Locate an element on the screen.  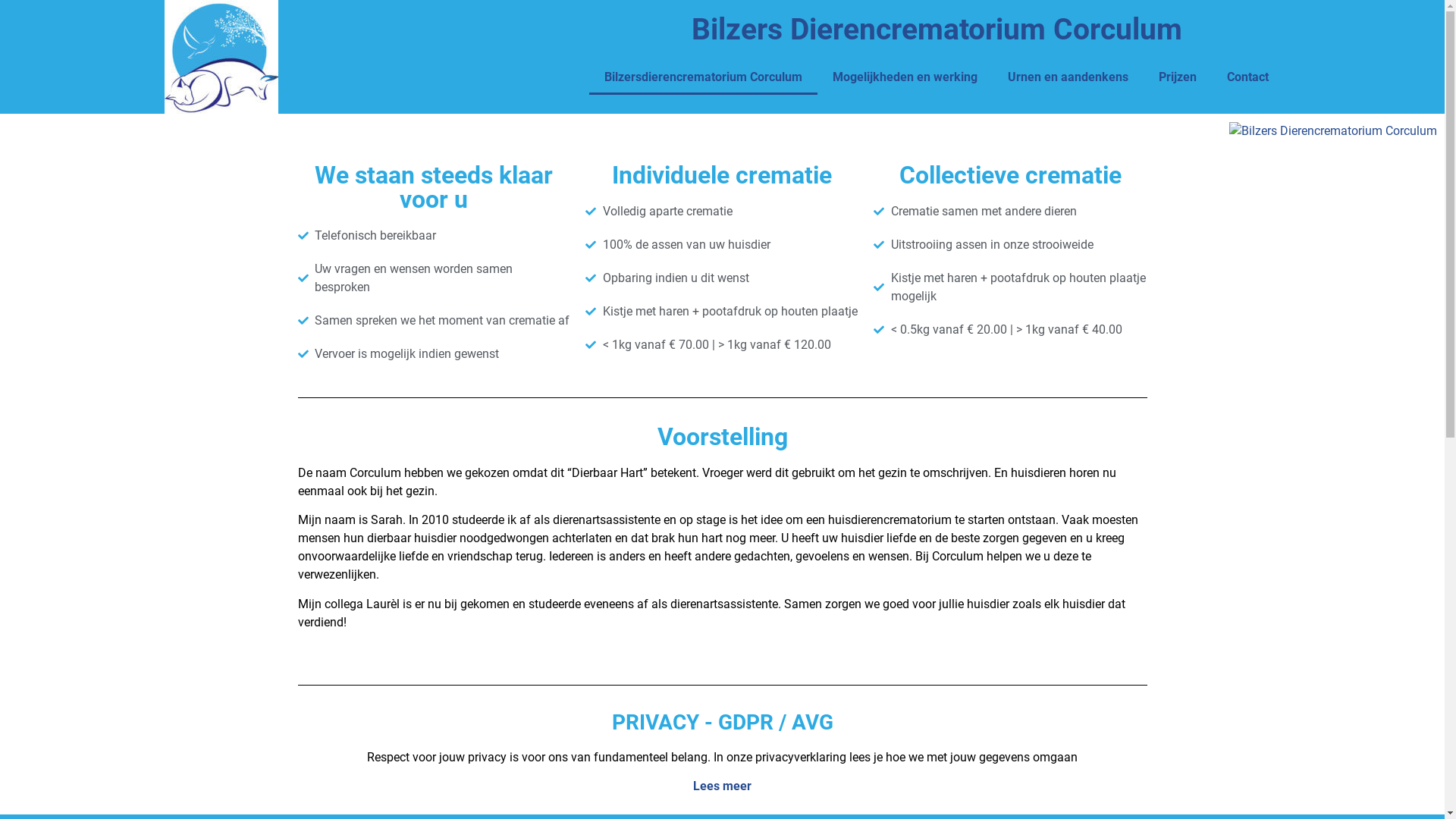
'Mogelijkheden en werking' is located at coordinates (905, 77).